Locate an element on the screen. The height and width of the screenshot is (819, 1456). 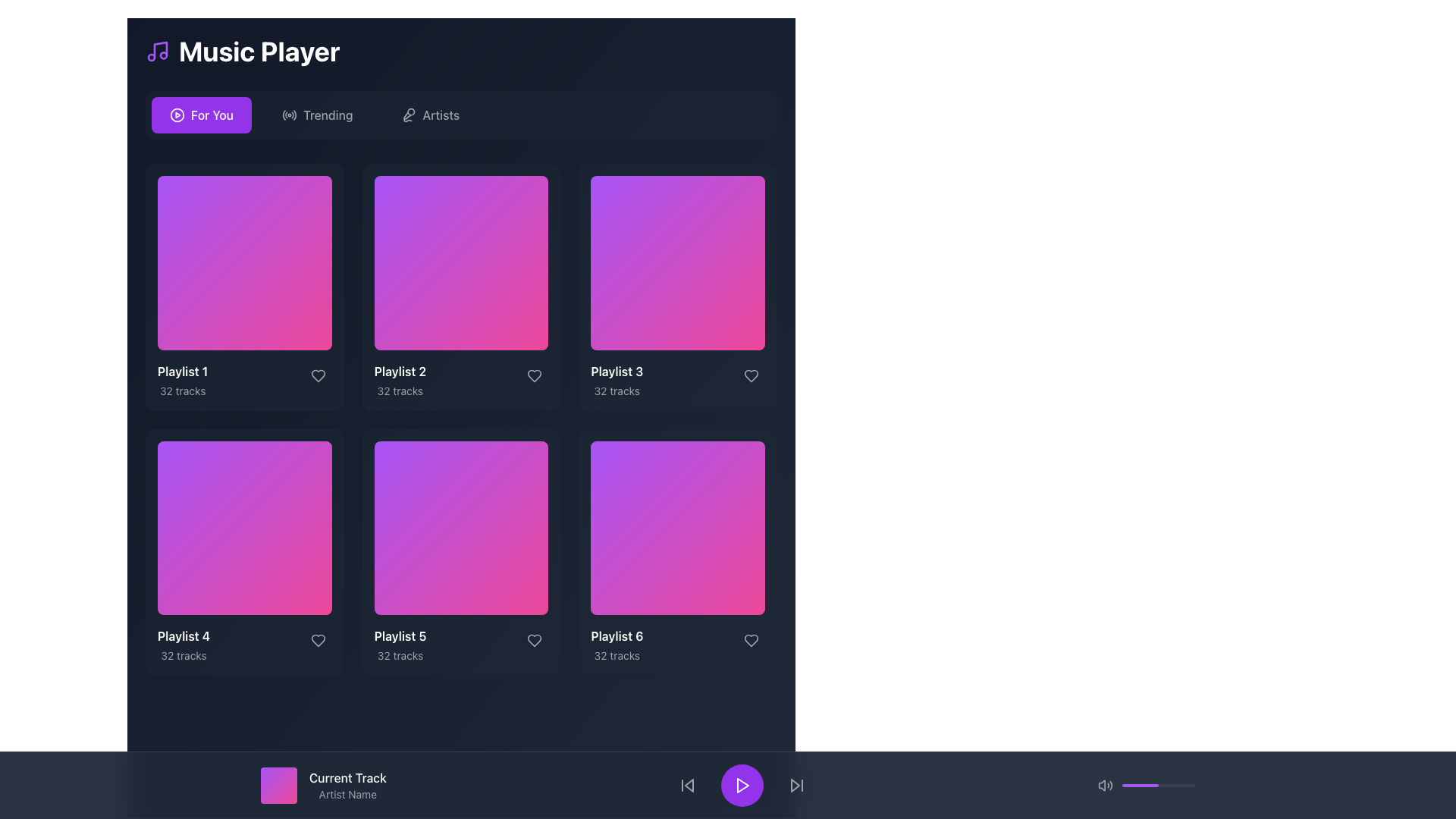
the static text label displaying '32 tracks' located below the 'Playlist 1' title in the first playlist card of the 'For You' section is located at coordinates (182, 390).